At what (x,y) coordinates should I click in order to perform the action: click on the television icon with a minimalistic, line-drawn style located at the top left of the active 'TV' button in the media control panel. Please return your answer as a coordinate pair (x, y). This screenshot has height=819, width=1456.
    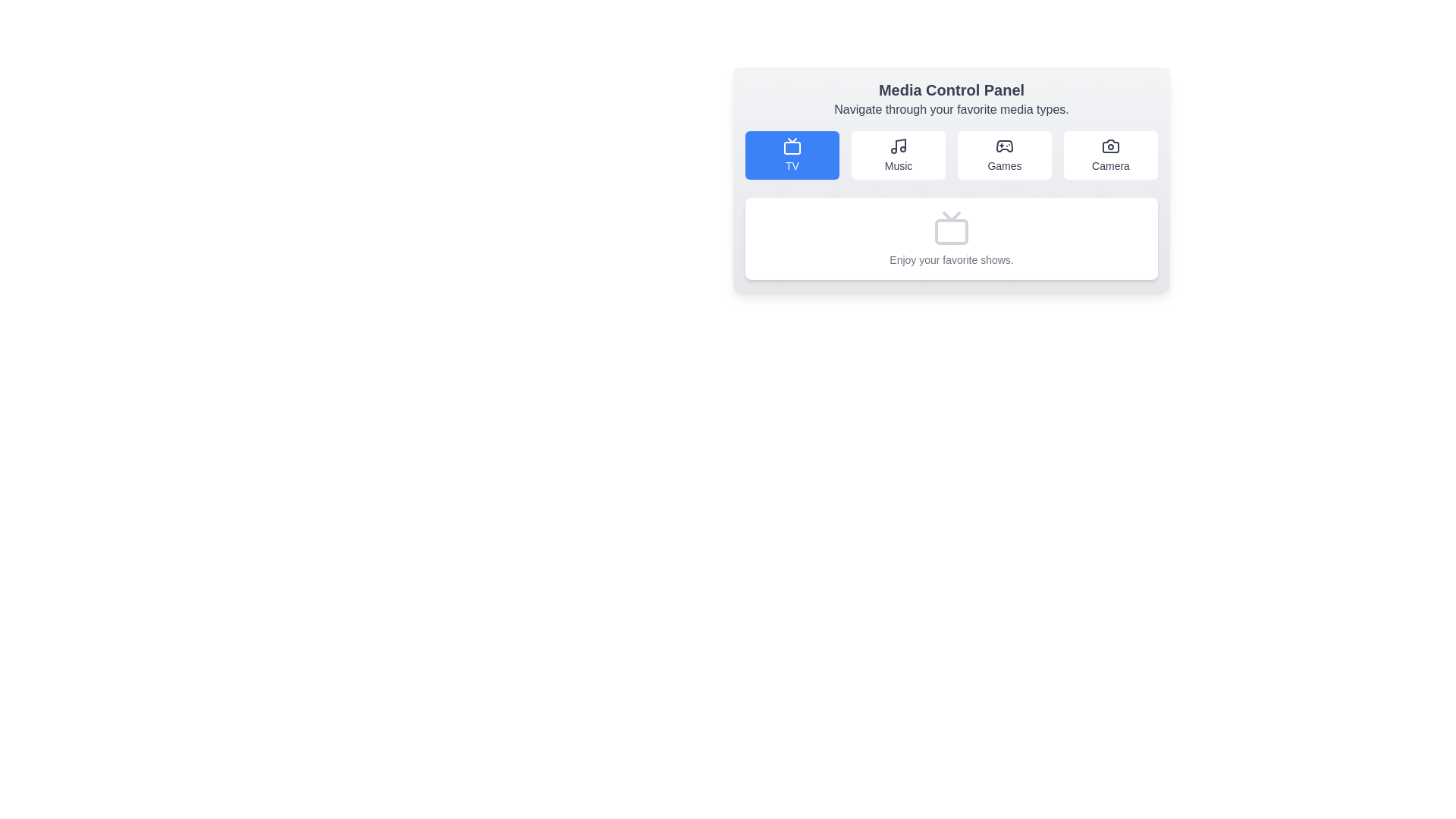
    Looking at the image, I should click on (792, 146).